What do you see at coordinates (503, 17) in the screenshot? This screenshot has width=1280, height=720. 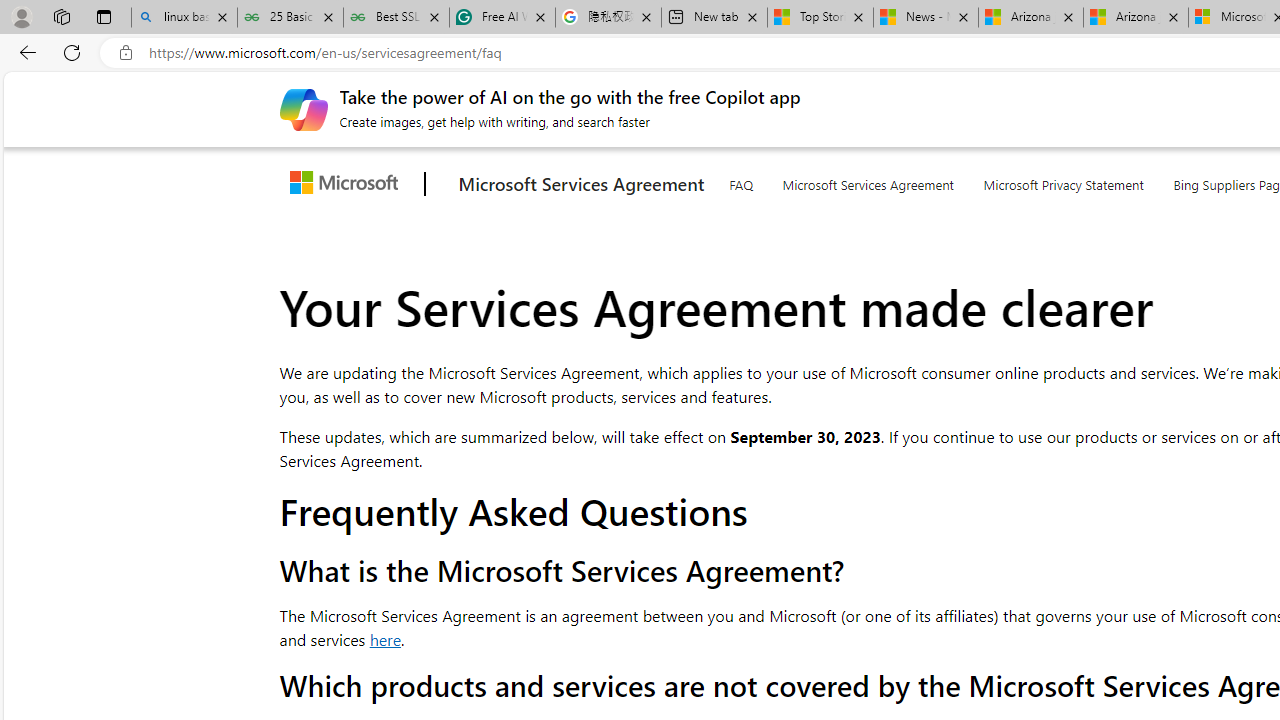 I see `'Free AI Writing Assistance for Students | Grammarly'` at bounding box center [503, 17].